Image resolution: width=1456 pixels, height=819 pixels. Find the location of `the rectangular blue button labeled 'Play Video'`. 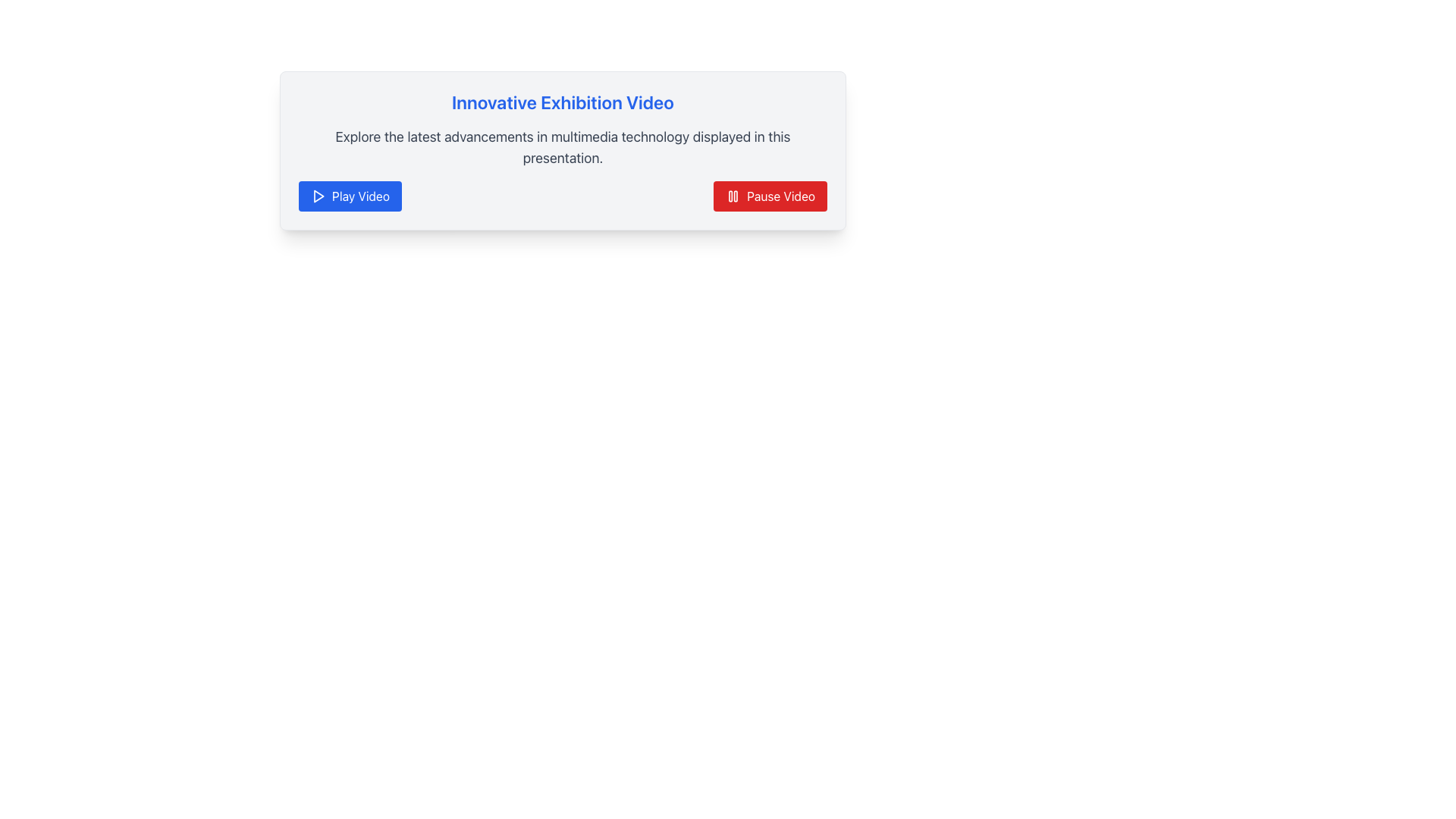

the rectangular blue button labeled 'Play Video' is located at coordinates (349, 195).